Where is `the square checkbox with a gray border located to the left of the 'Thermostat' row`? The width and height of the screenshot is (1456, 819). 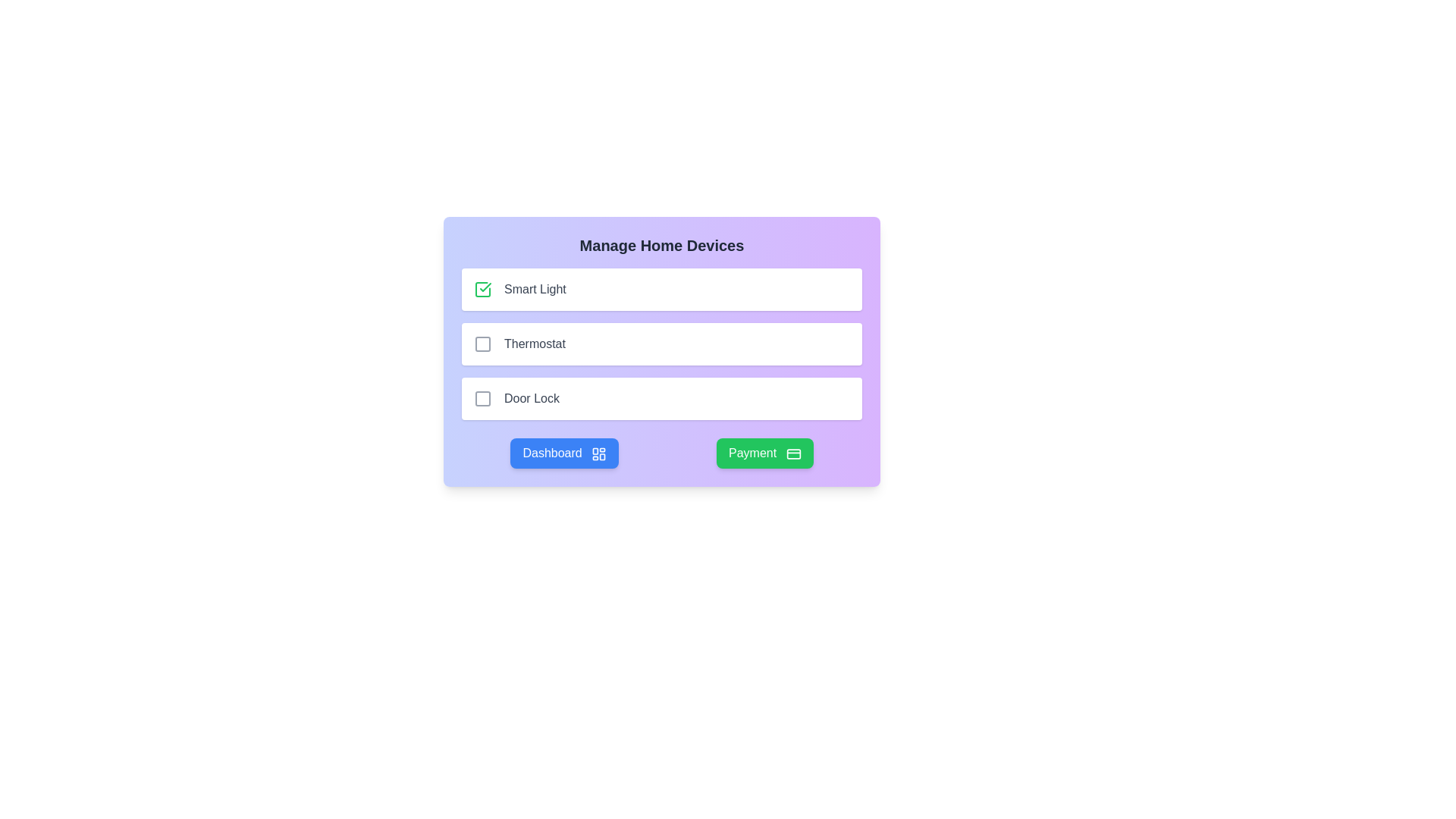 the square checkbox with a gray border located to the left of the 'Thermostat' row is located at coordinates (482, 344).